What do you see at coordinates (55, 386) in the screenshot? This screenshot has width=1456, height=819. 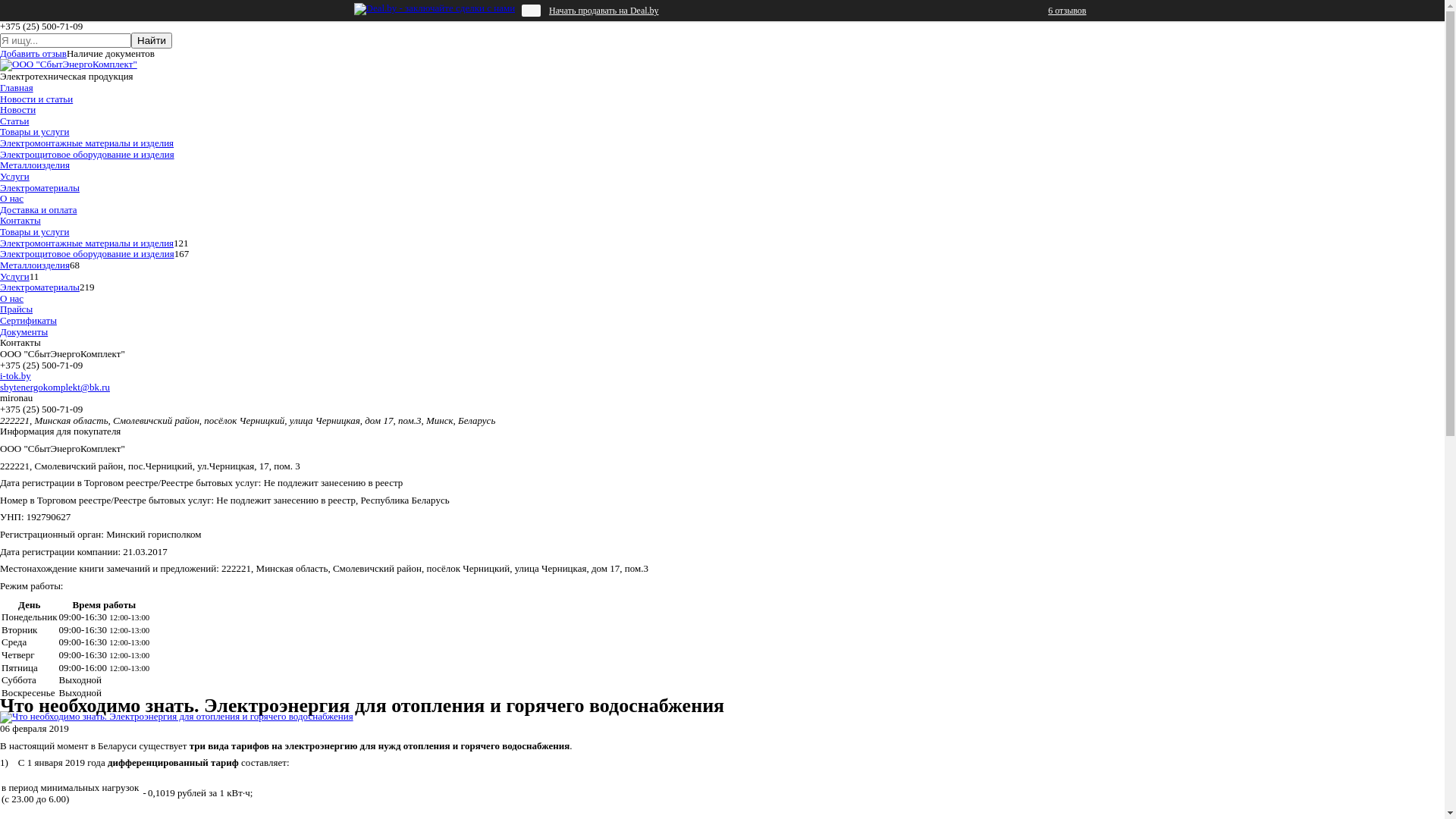 I see `'sbytenergokomplekt@bk.ru'` at bounding box center [55, 386].